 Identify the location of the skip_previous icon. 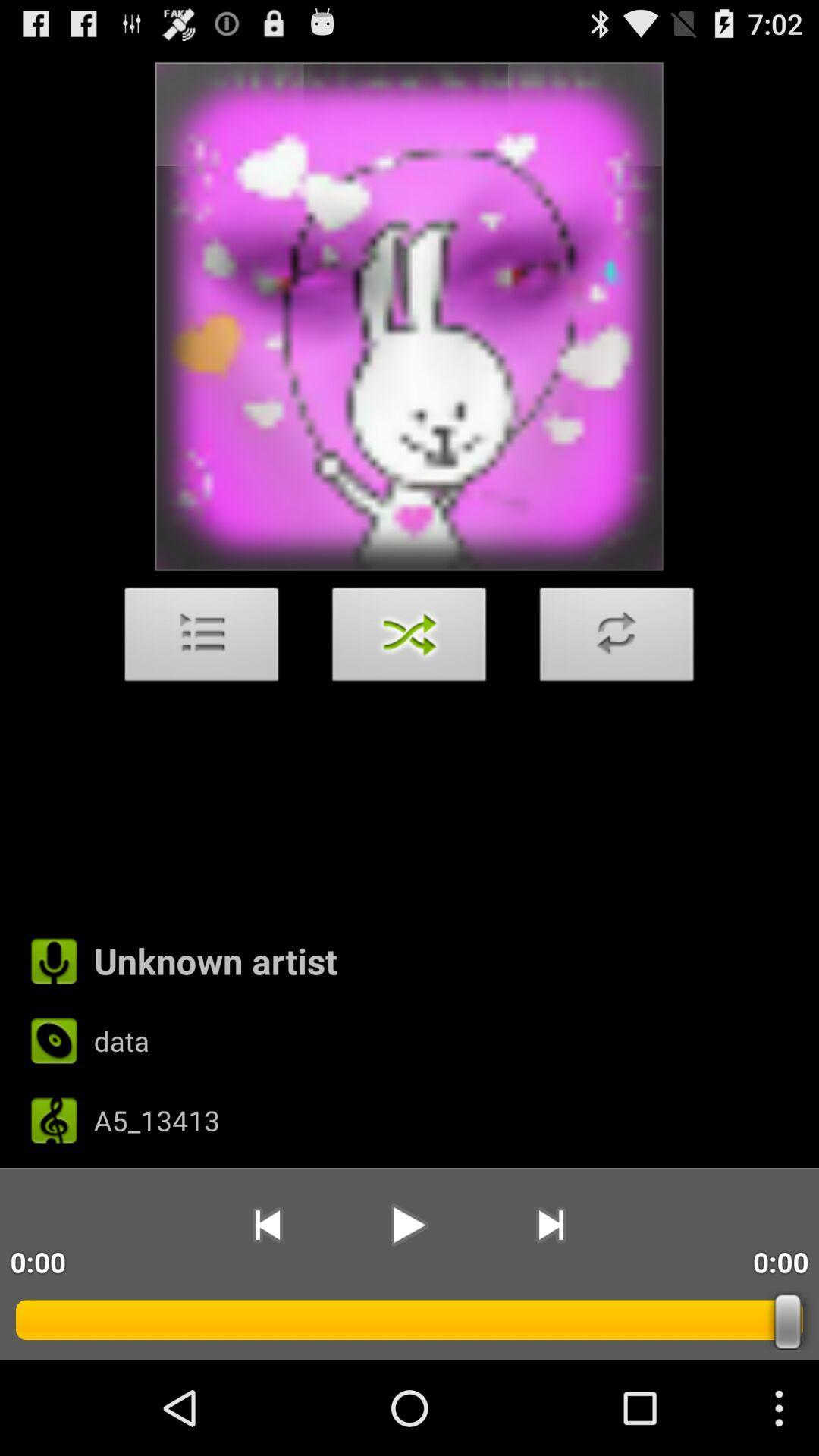
(266, 1310).